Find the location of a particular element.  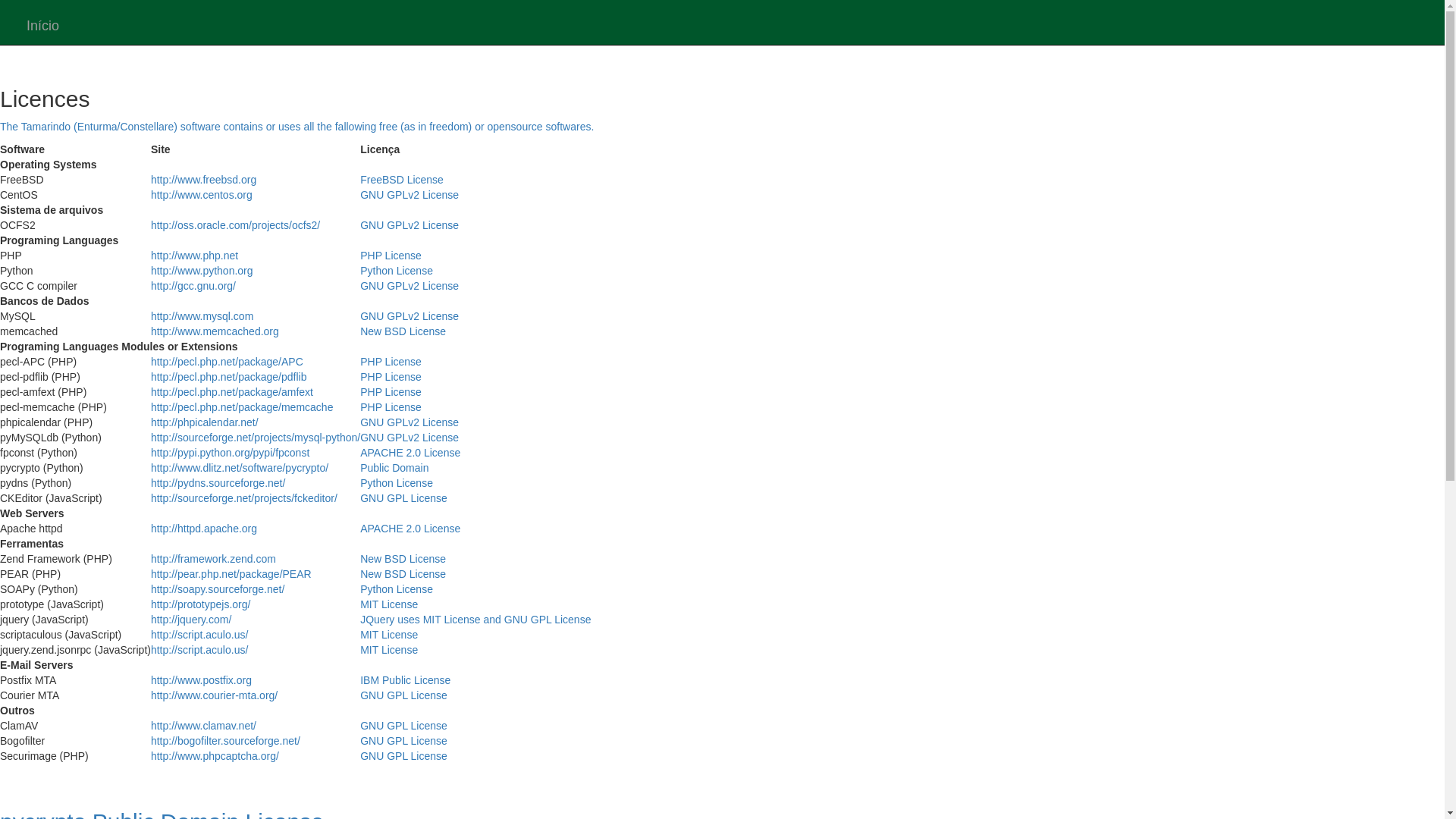

'http://gcc.gnu.org/' is located at coordinates (192, 286).